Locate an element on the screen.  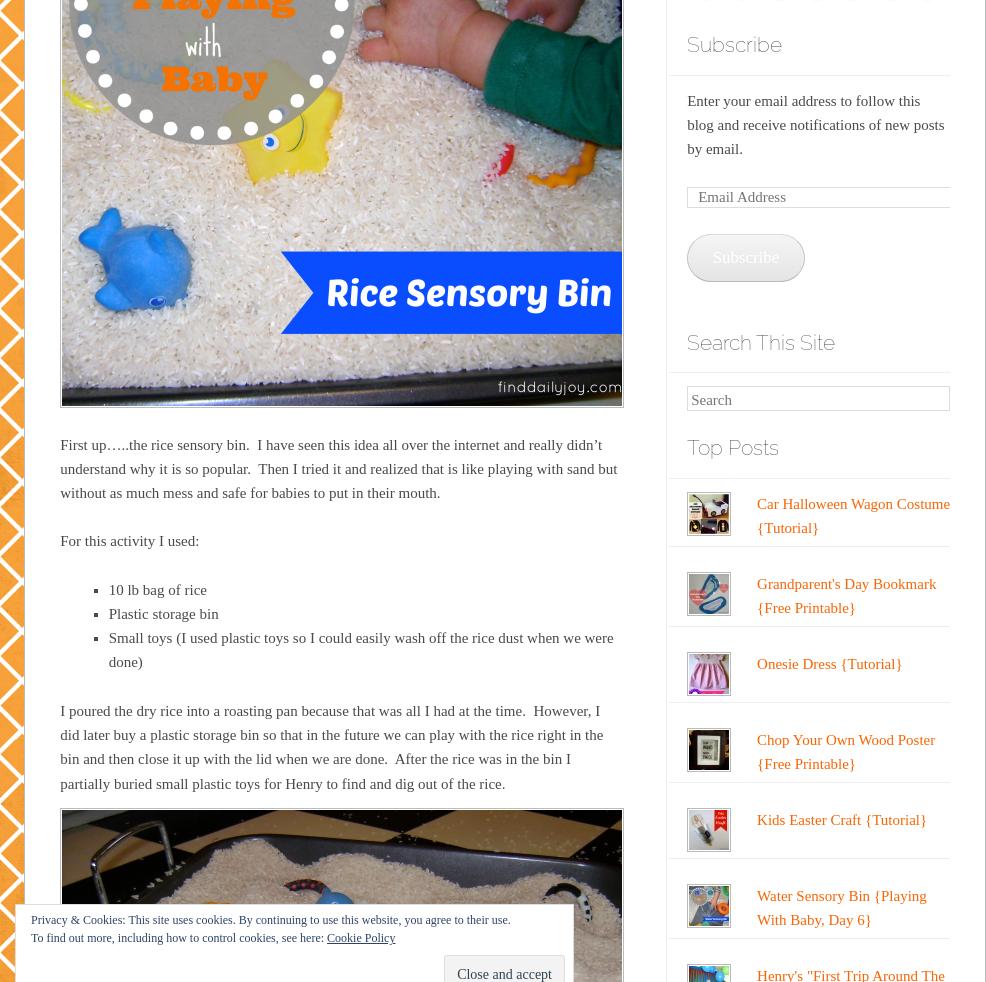
'Kids Easter Craft {Tutorial}' is located at coordinates (841, 818).